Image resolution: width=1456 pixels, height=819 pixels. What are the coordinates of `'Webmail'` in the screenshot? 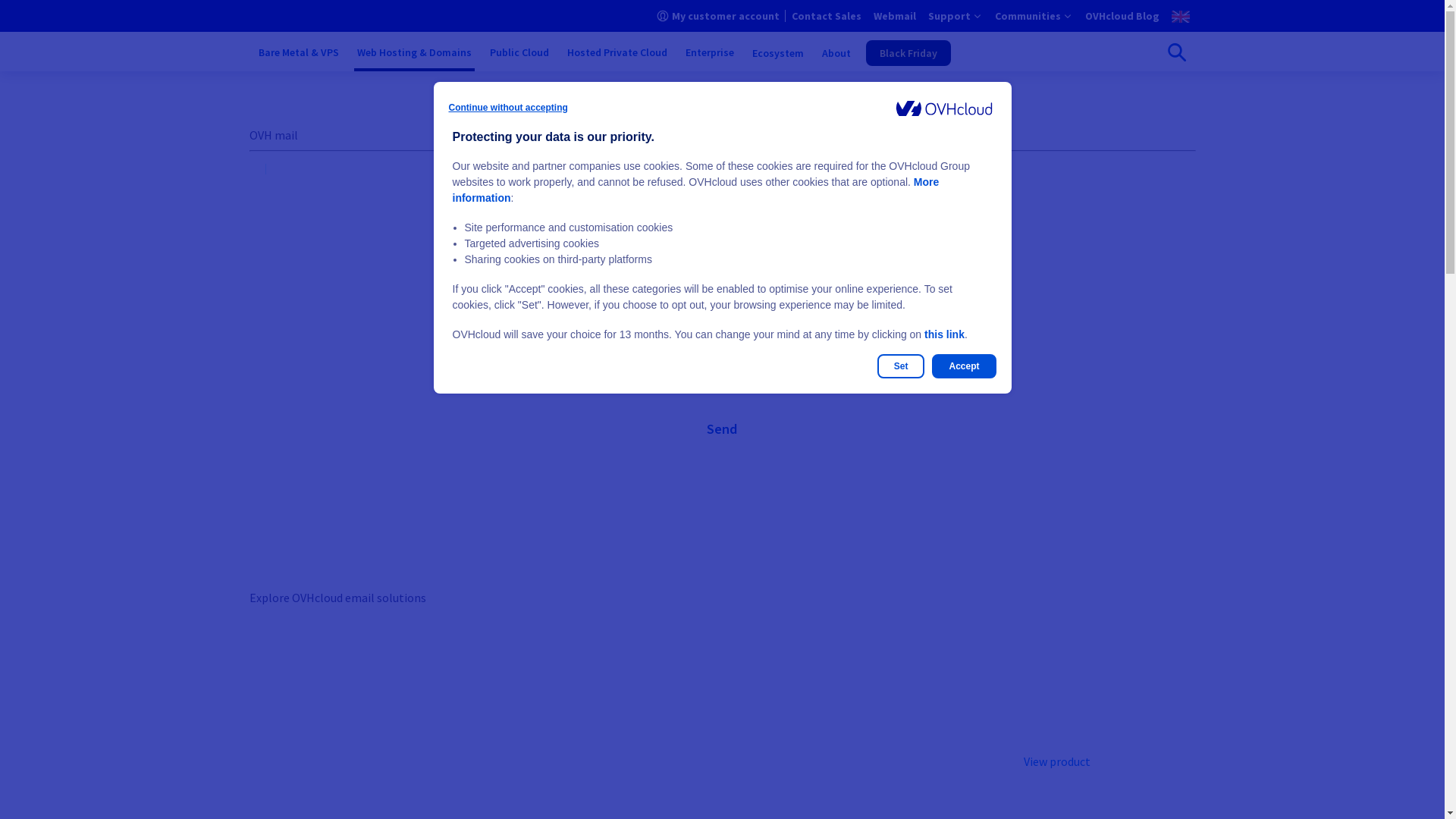 It's located at (895, 15).